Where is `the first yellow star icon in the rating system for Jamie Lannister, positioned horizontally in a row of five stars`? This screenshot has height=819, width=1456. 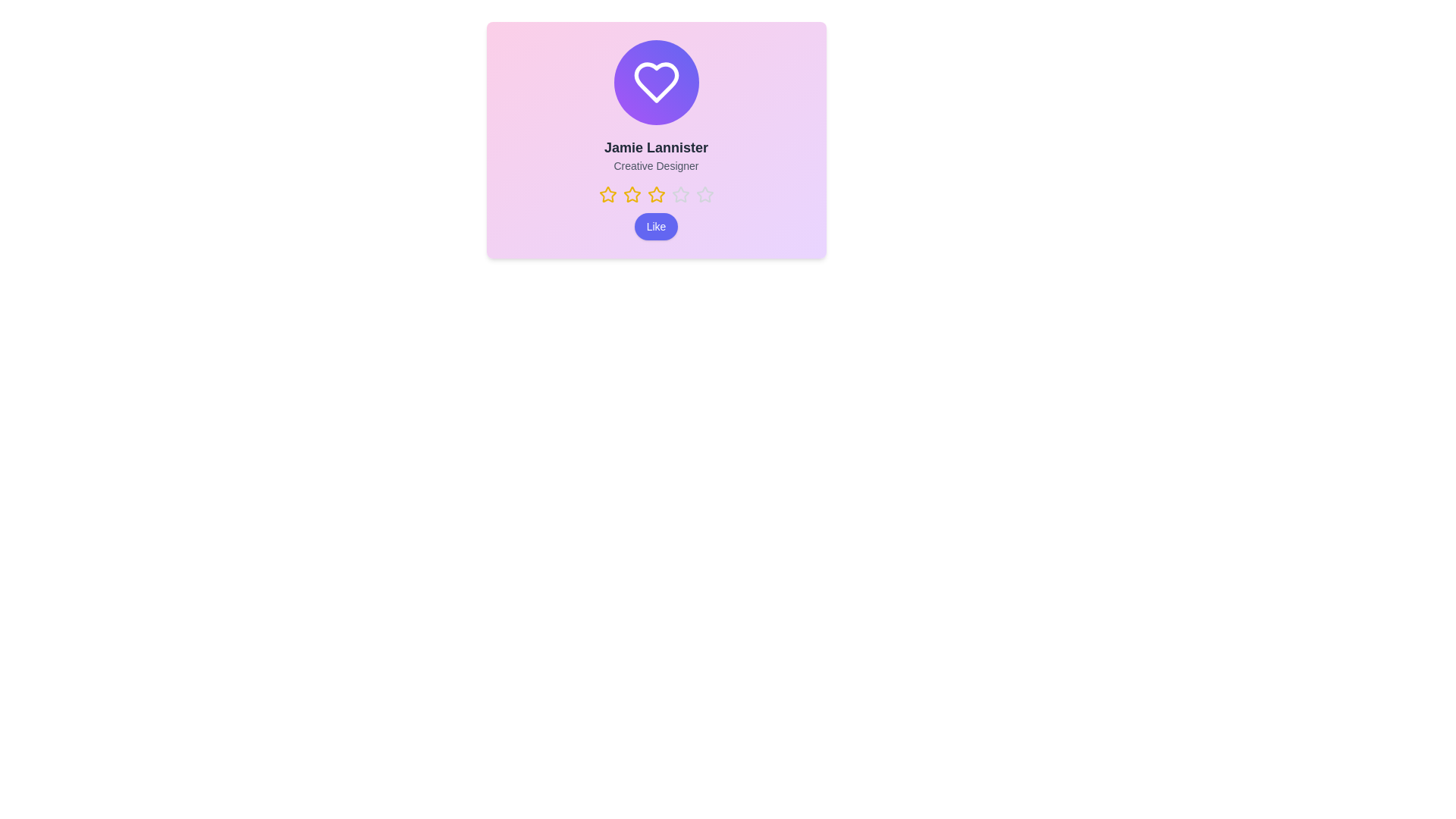
the first yellow star icon in the rating system for Jamie Lannister, positioned horizontally in a row of five stars is located at coordinates (607, 194).